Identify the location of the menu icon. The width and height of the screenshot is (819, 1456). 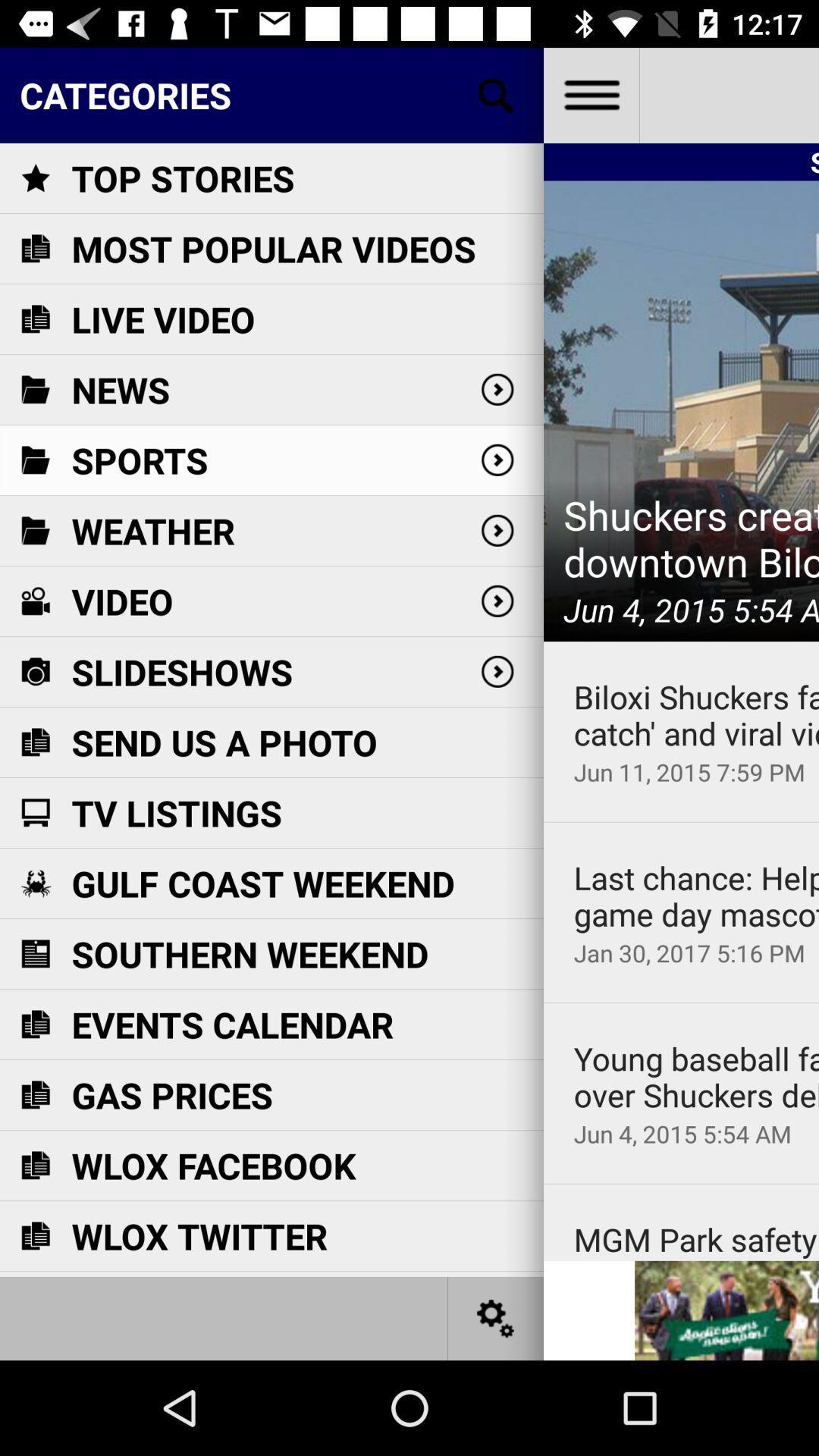
(590, 94).